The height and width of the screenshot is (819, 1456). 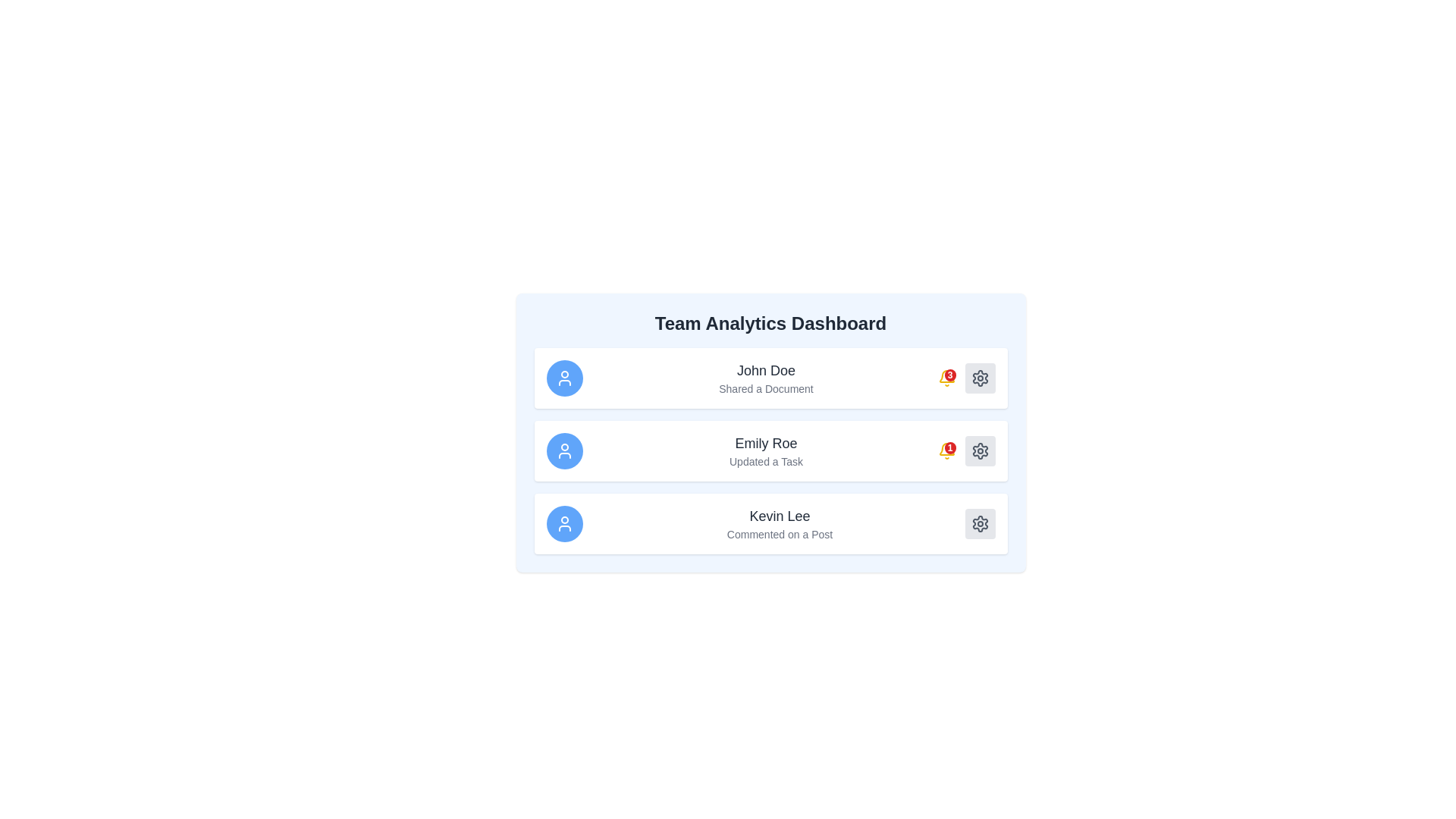 I want to click on the circular user icon with a blue background and white outline, located in the leftmost position within the third user information row of the 'Team Analytics Dashboard', so click(x=563, y=522).